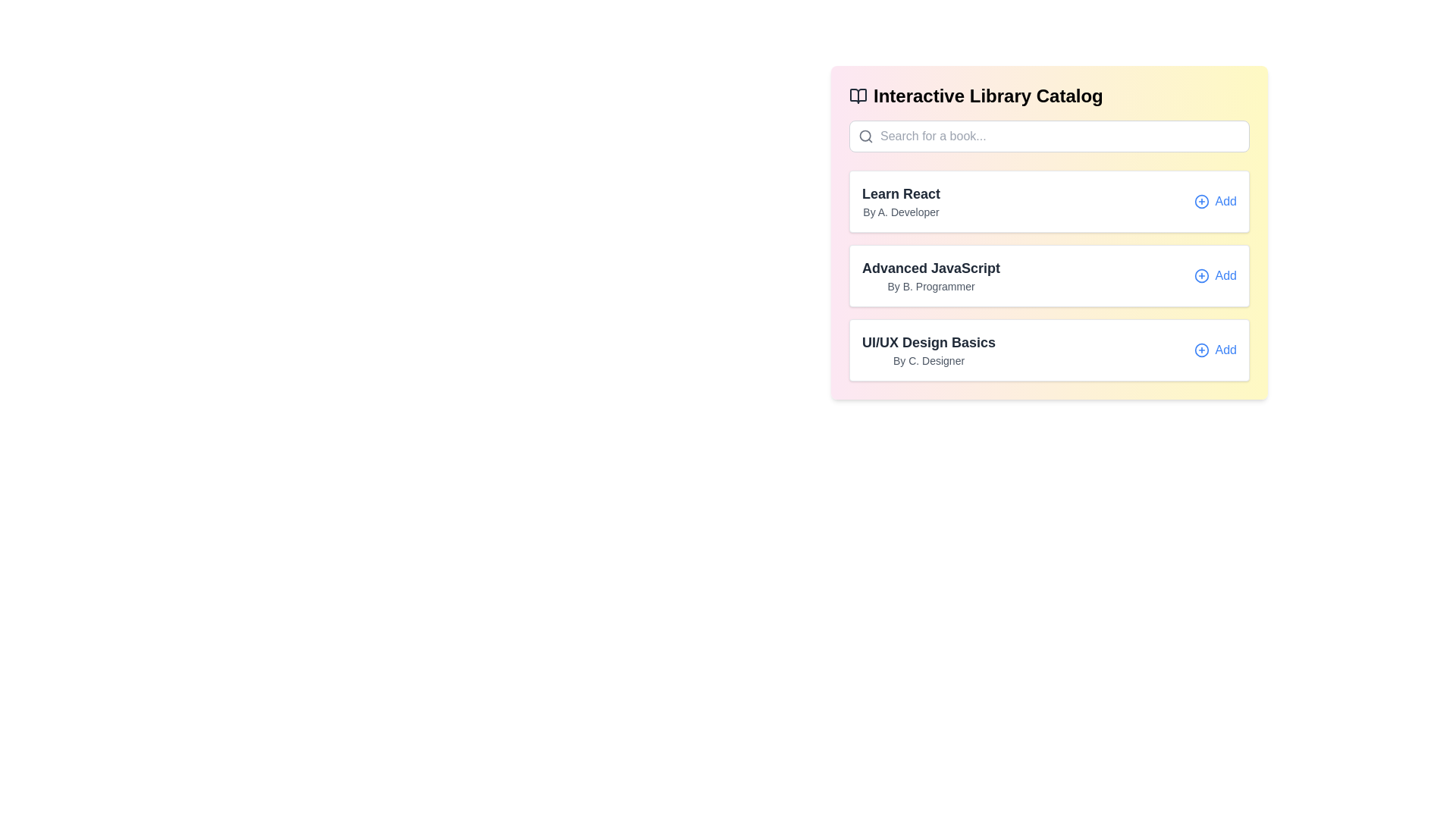 This screenshot has width=1456, height=819. Describe the element at coordinates (1048, 275) in the screenshot. I see `the list item representing the course 'Advanced JavaScript' authored by 'B. Programmer' for additional interactions` at that location.